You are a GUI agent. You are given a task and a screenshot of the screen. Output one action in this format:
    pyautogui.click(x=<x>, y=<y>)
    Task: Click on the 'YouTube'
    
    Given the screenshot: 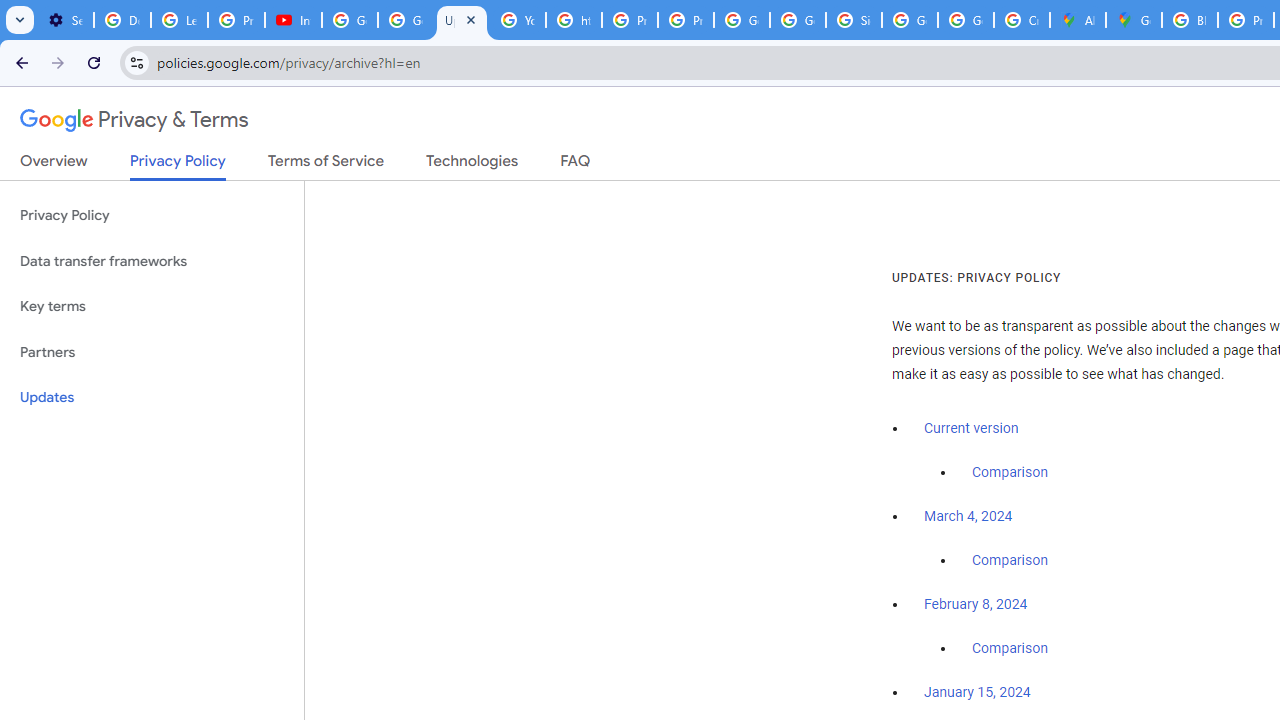 What is the action you would take?
    pyautogui.click(x=518, y=20)
    